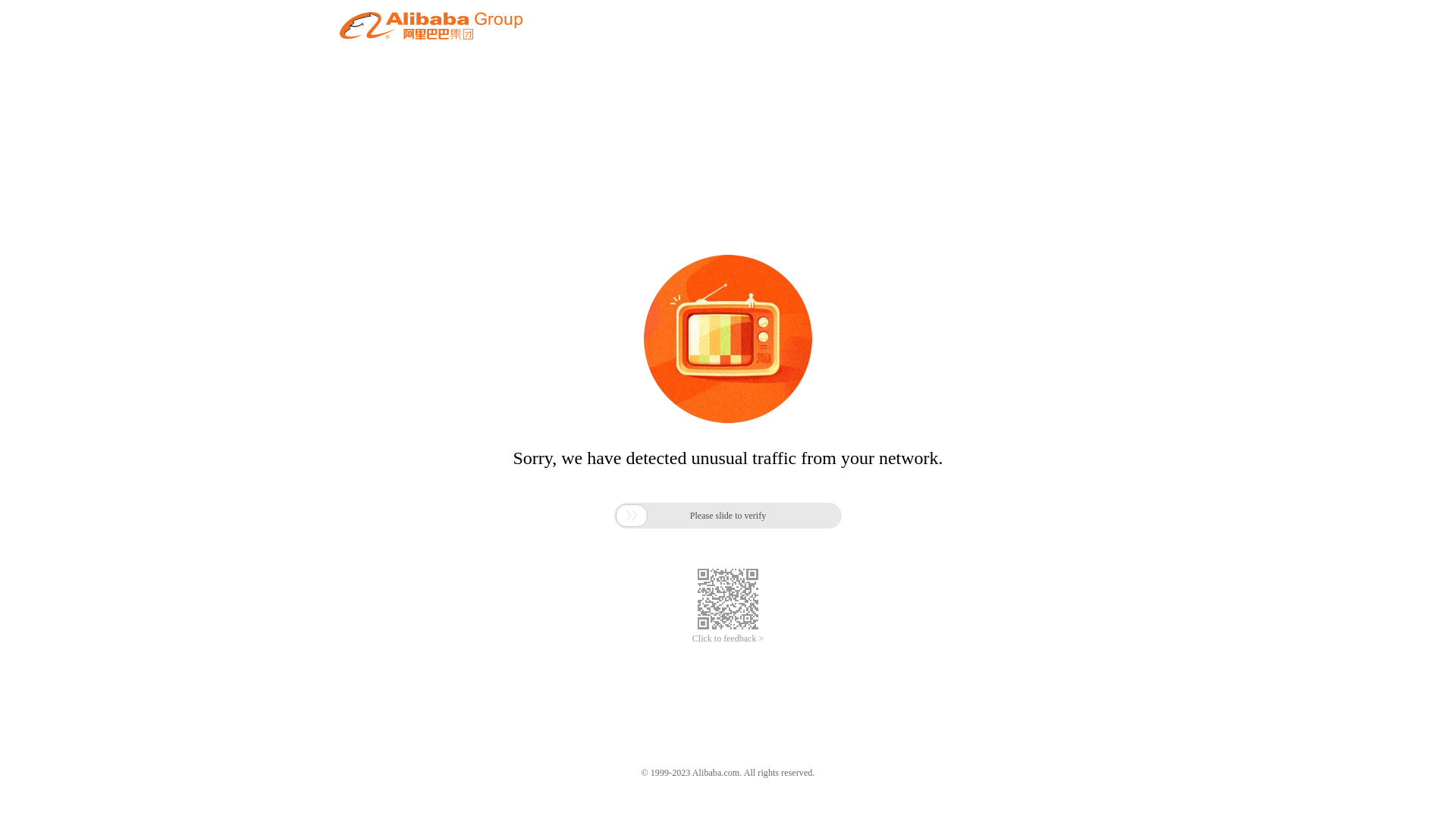  What do you see at coordinates (691, 639) in the screenshot?
I see `'Click to feedback >'` at bounding box center [691, 639].